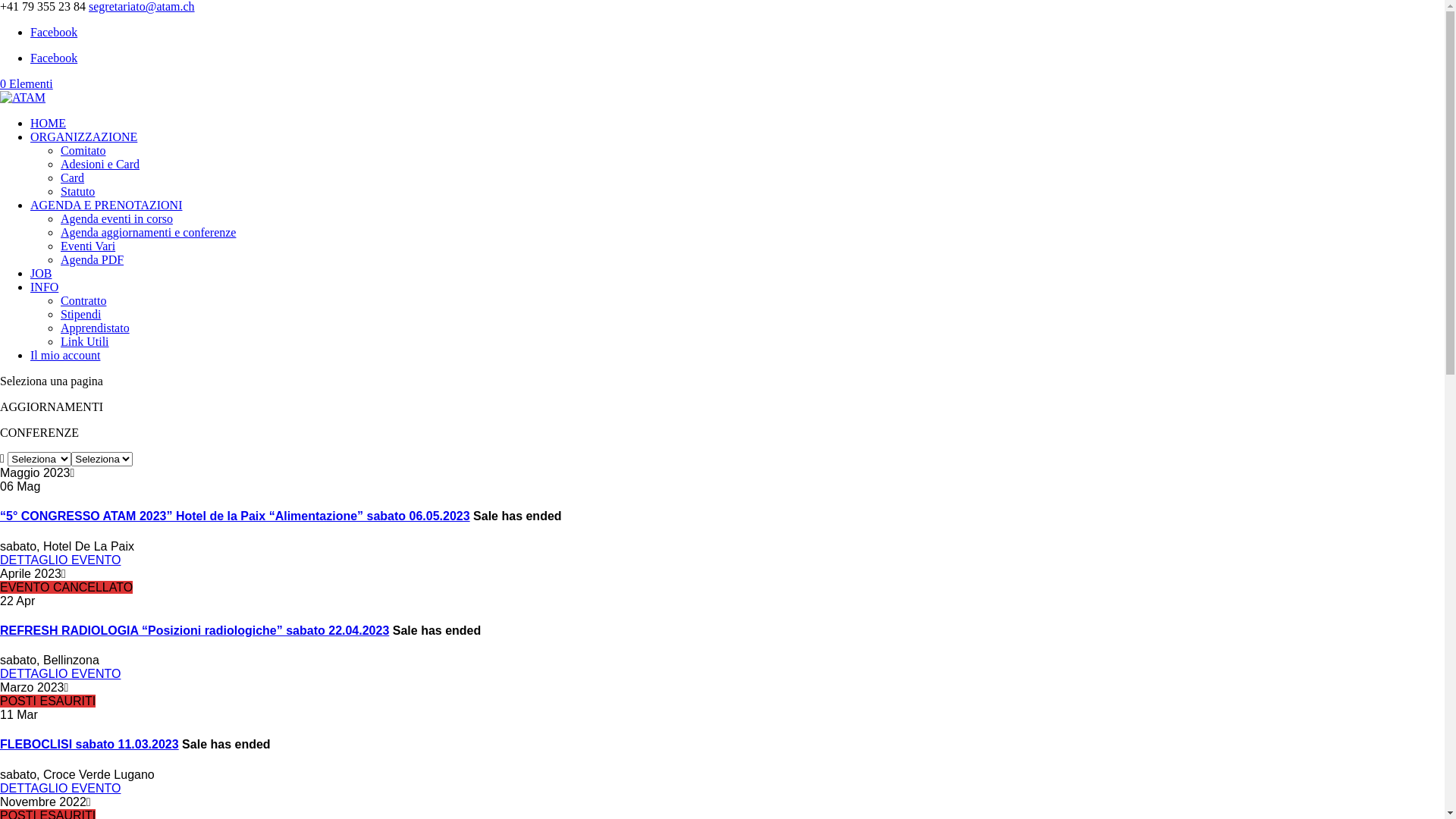 The width and height of the screenshot is (1456, 819). What do you see at coordinates (30, 355) in the screenshot?
I see `'Il mio account'` at bounding box center [30, 355].